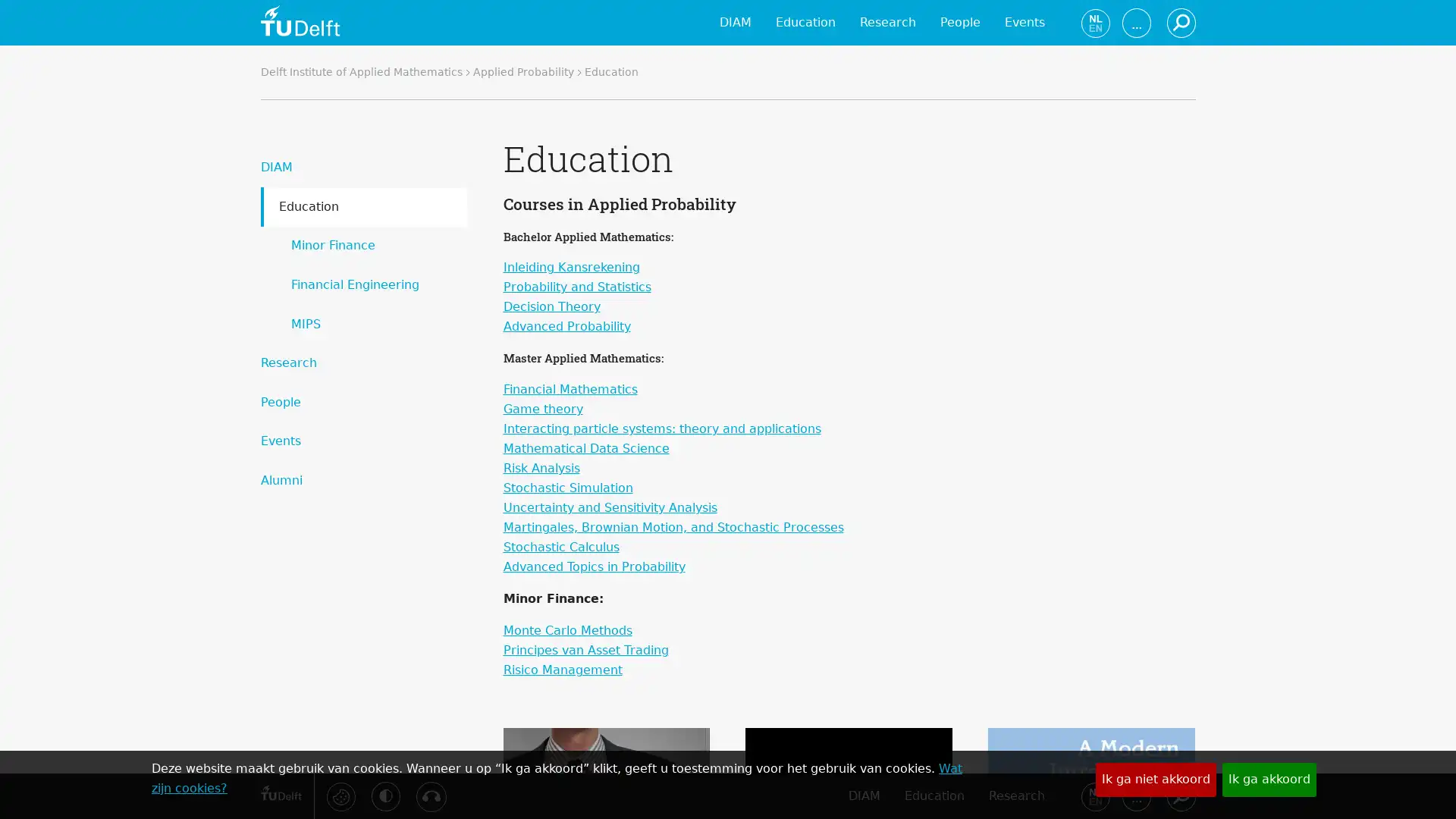  I want to click on Zoeken, so click(1179, 795).